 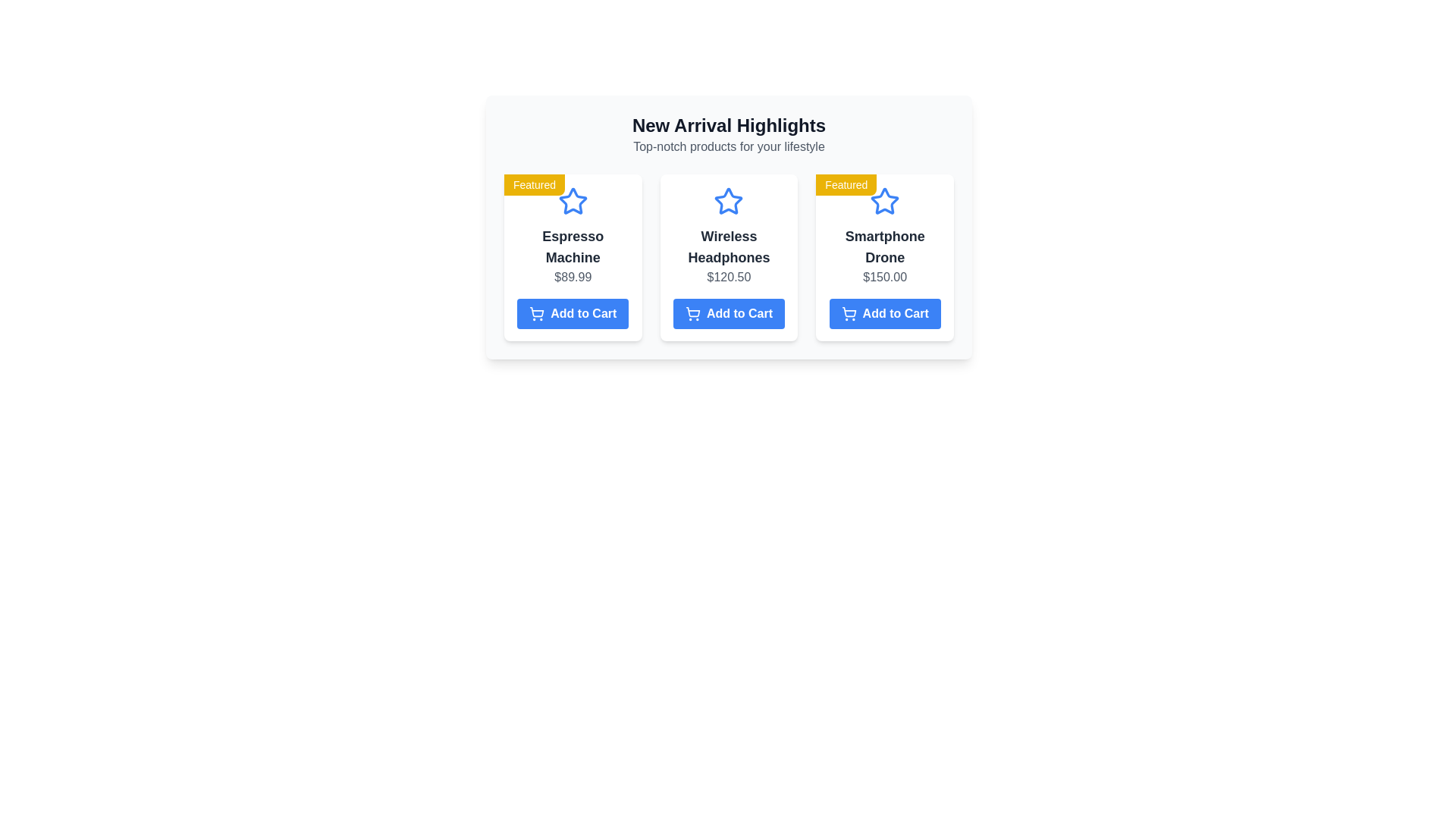 I want to click on the 'Add to Cart' button for the 'Espresso Machine' product located below the price in the 'New Arrival Highlights' section, so click(x=572, y=312).